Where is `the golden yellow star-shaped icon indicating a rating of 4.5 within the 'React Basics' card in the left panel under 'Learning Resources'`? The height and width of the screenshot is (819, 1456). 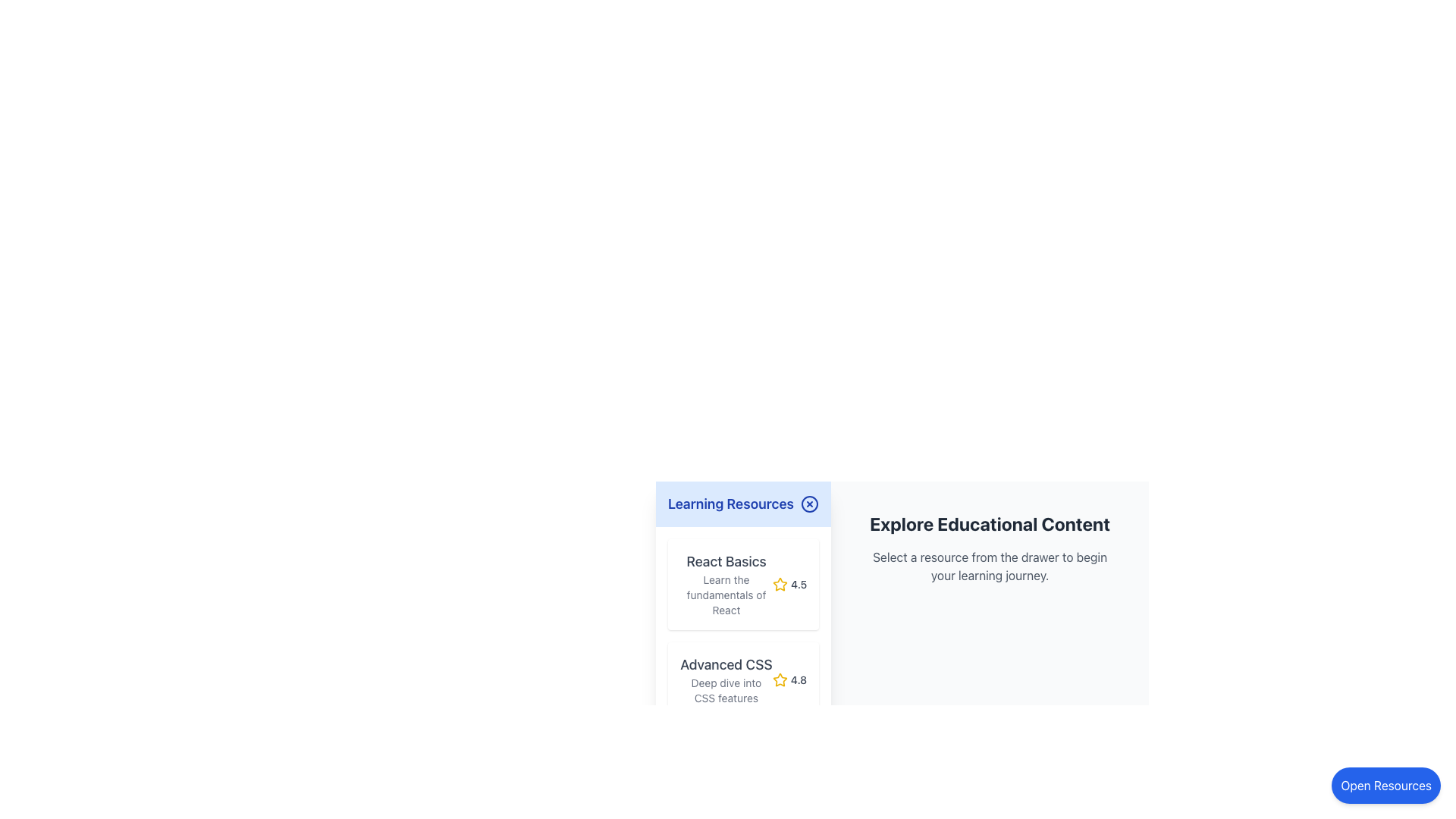
the golden yellow star-shaped icon indicating a rating of 4.5 within the 'React Basics' card in the left panel under 'Learning Resources' is located at coordinates (780, 583).